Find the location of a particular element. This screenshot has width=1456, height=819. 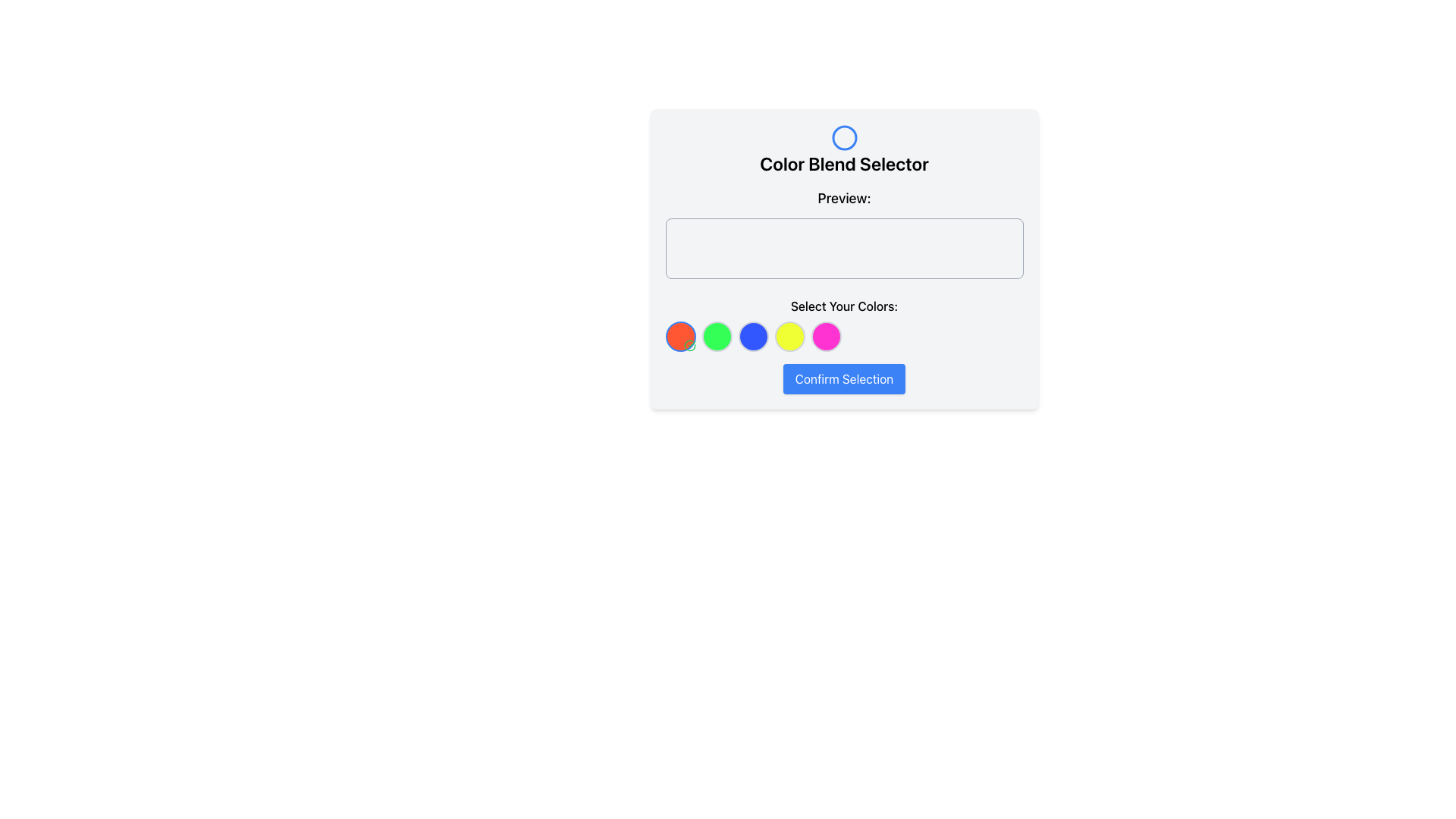

the rectangular blue button labeled 'Confirm Selection' to observe the hover effect is located at coordinates (843, 378).